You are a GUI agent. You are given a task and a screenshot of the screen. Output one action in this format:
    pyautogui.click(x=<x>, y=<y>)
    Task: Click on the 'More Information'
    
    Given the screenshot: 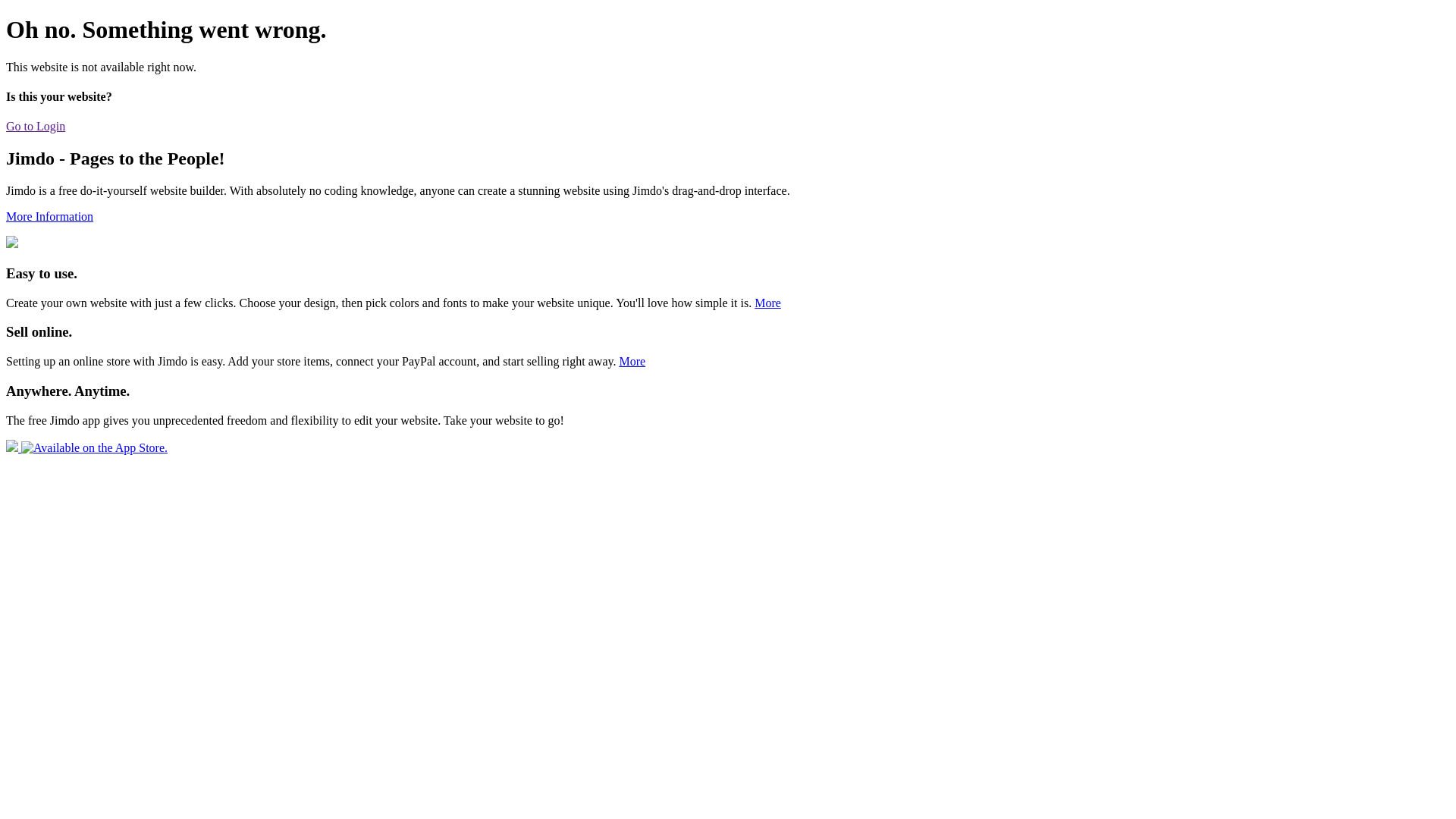 What is the action you would take?
    pyautogui.click(x=49, y=216)
    